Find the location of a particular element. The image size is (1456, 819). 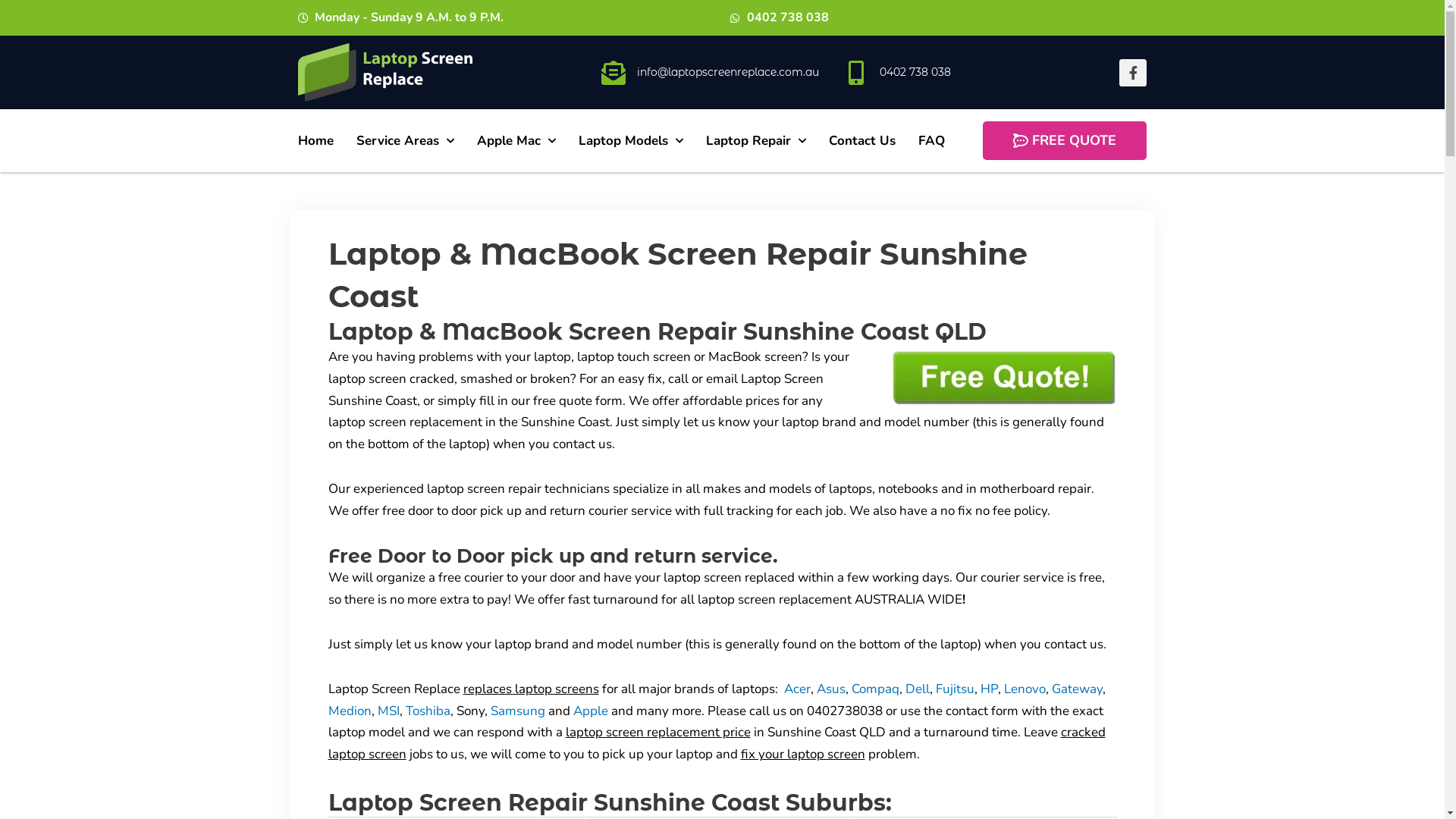

'Lenovo' is located at coordinates (1025, 689).